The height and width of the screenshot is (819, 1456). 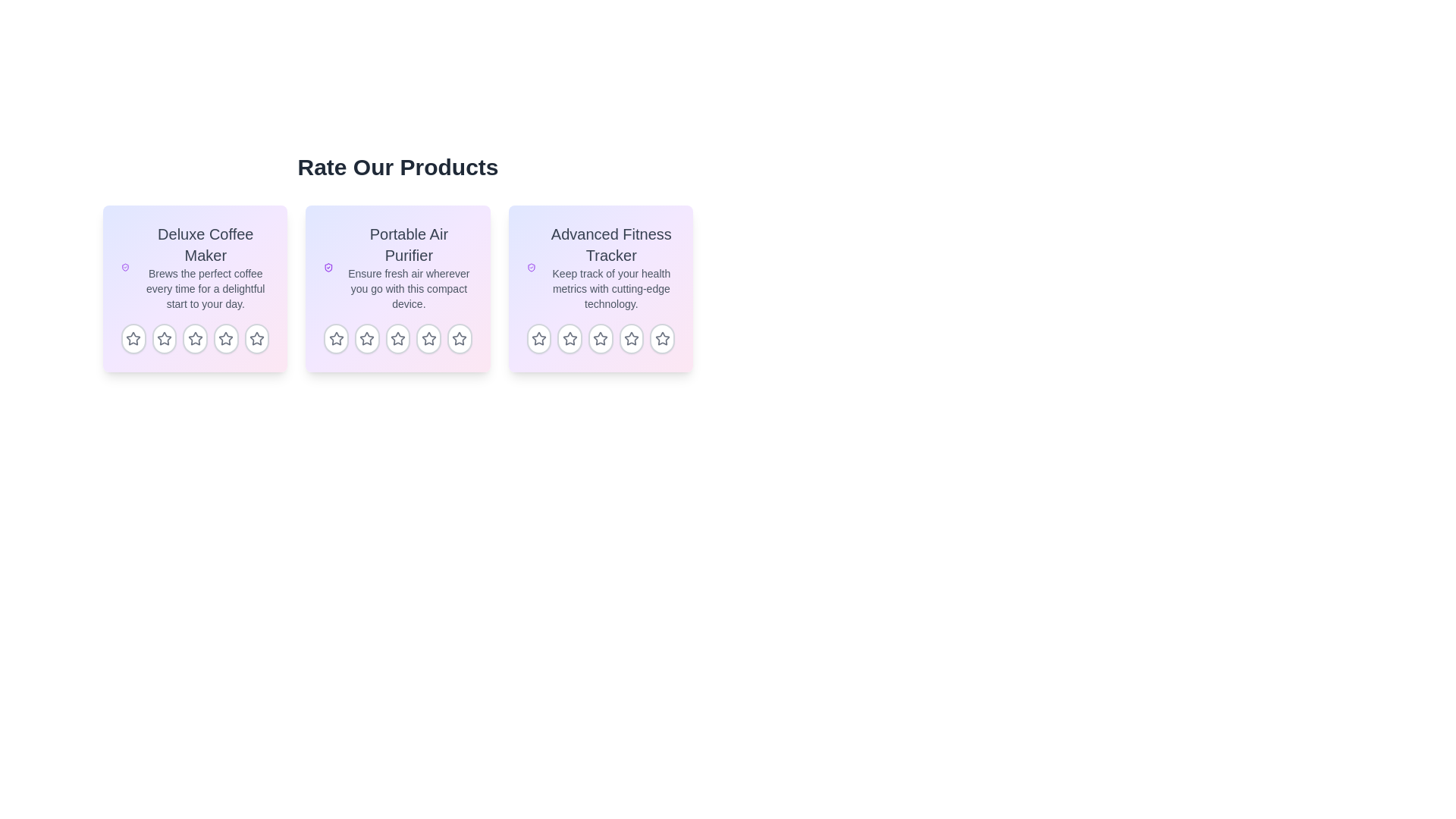 I want to click on the fifth star button with a white background and gray border, so click(x=662, y=338).